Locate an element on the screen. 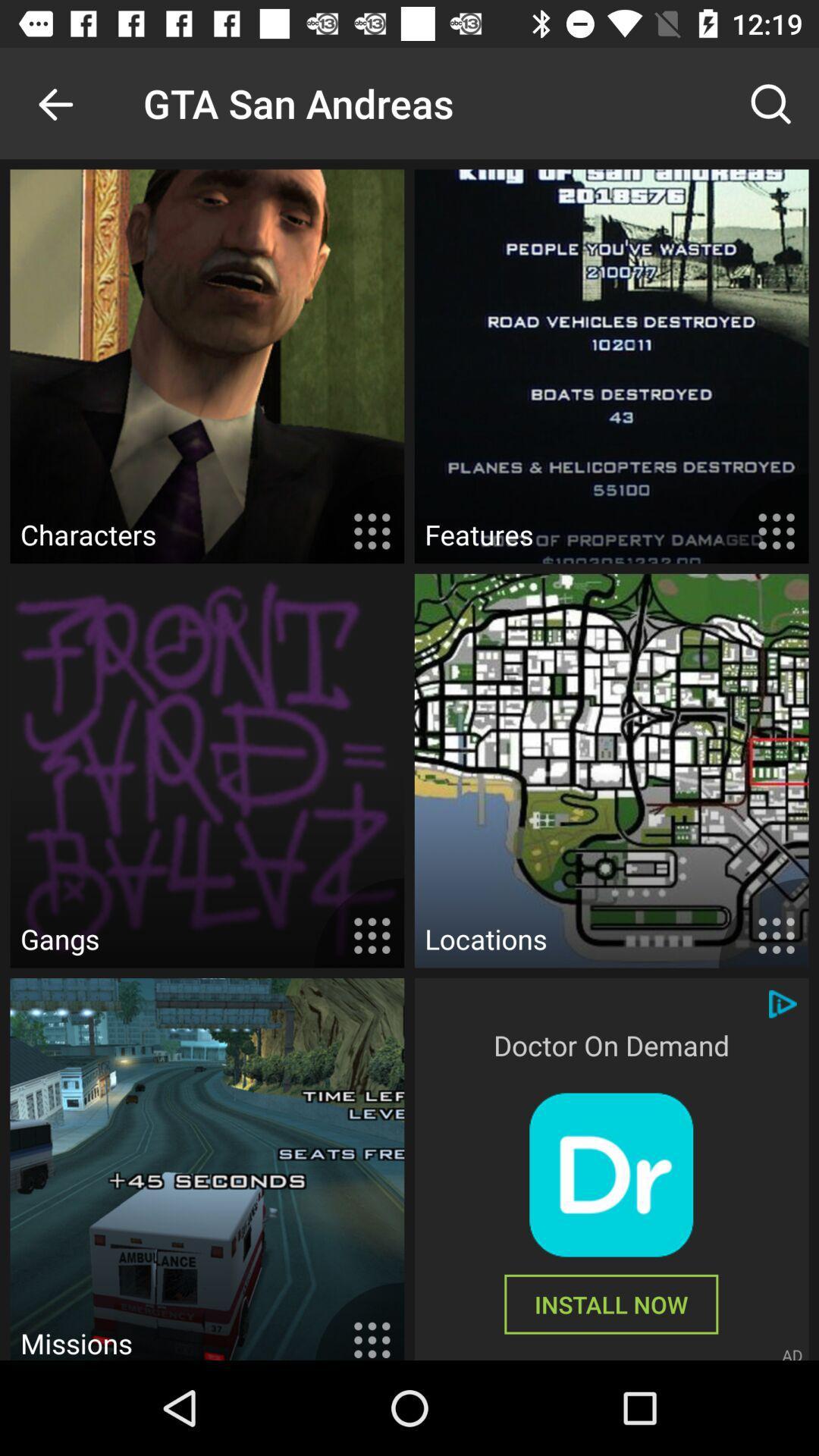  the item above install now is located at coordinates (610, 1174).